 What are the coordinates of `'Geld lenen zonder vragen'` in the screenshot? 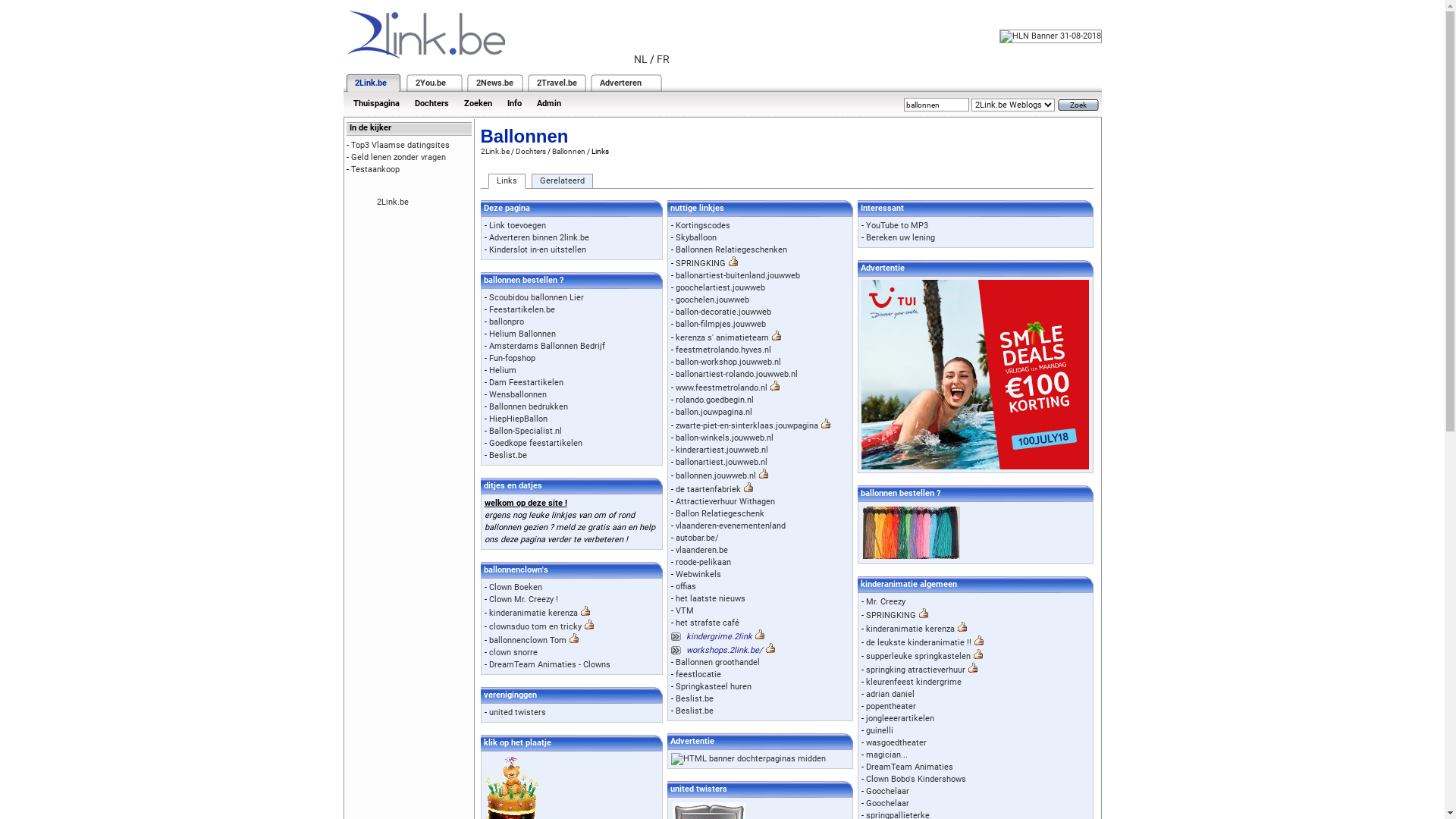 It's located at (397, 157).